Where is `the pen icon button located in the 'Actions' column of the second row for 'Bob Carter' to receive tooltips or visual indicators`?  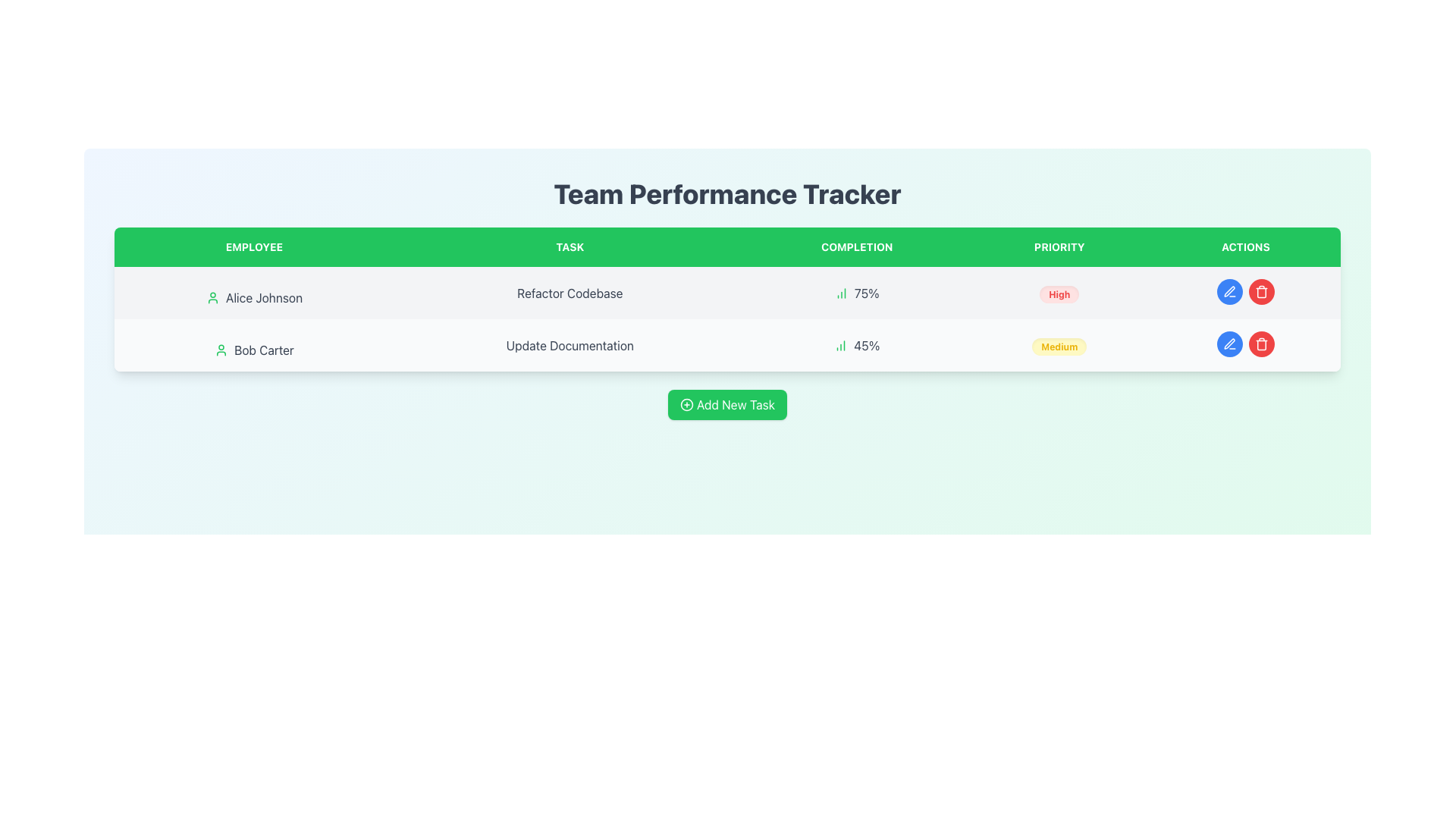 the pen icon button located in the 'Actions' column of the second row for 'Bob Carter' to receive tooltips or visual indicators is located at coordinates (1229, 291).